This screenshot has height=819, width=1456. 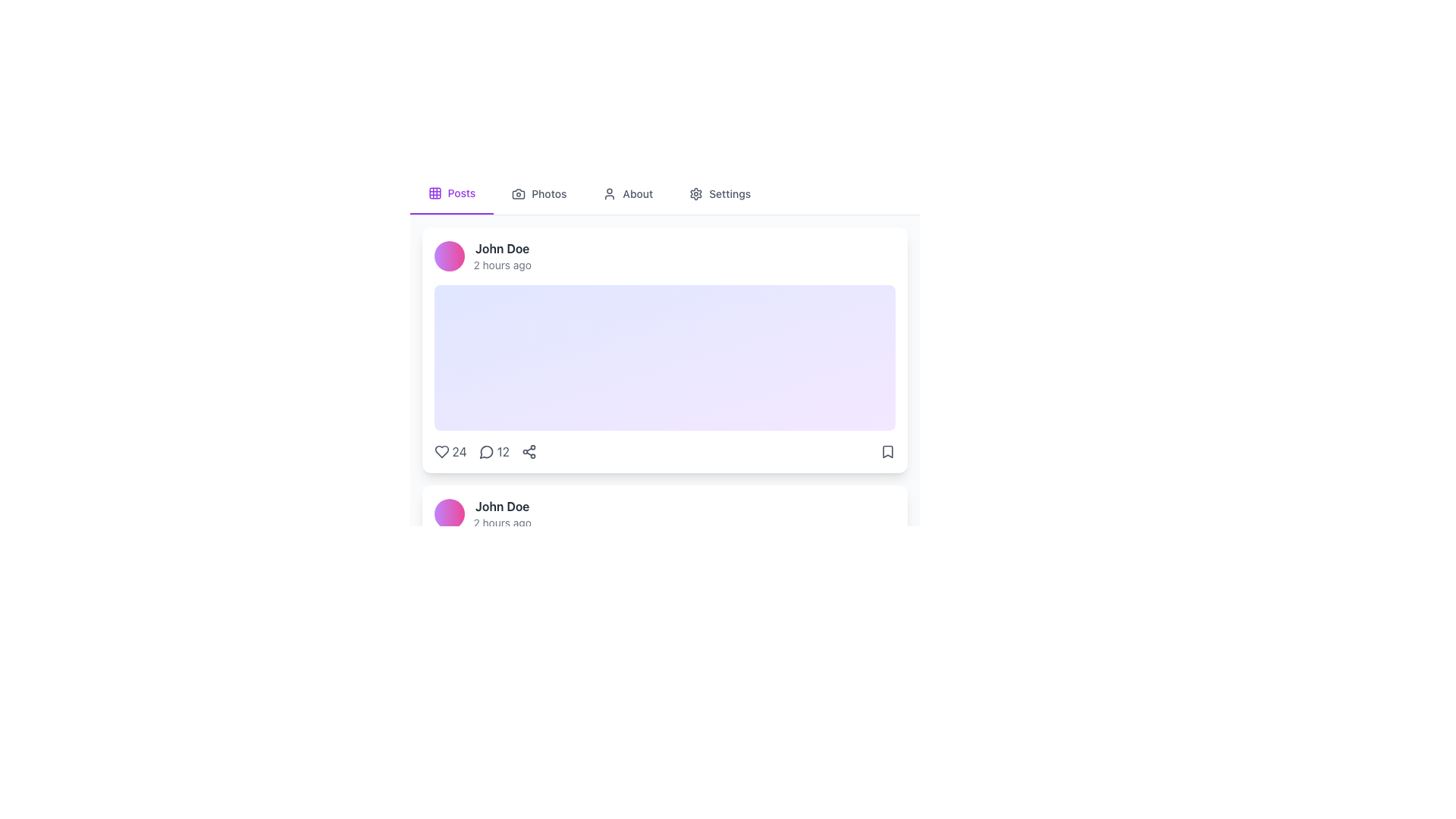 I want to click on the circular gradient avatar in the Profile section of the card, so click(x=664, y=256).